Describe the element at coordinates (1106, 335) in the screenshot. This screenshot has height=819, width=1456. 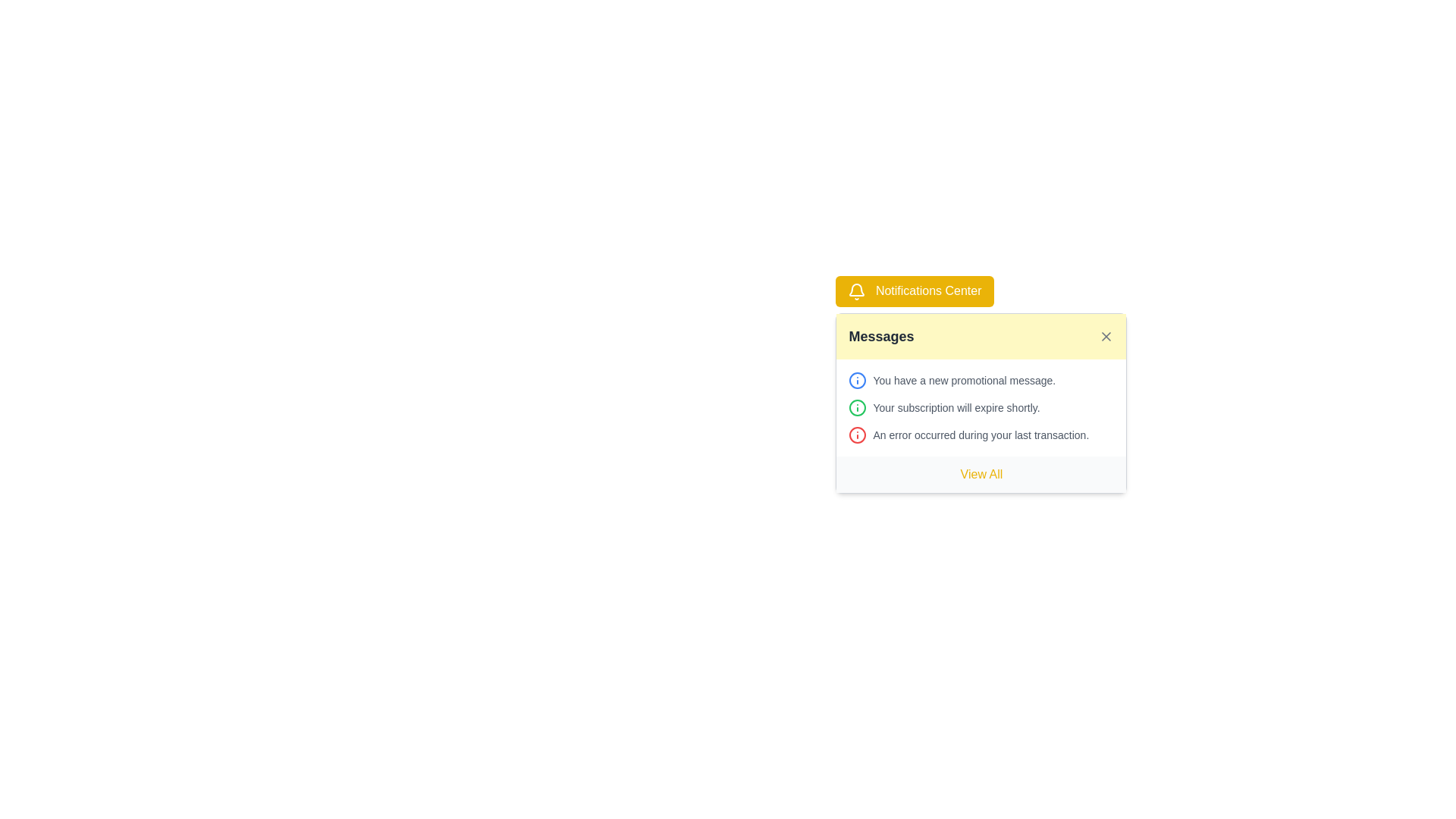
I see `the close or dismiss icon (×) located in the top-right corner of the Messages panel` at that location.